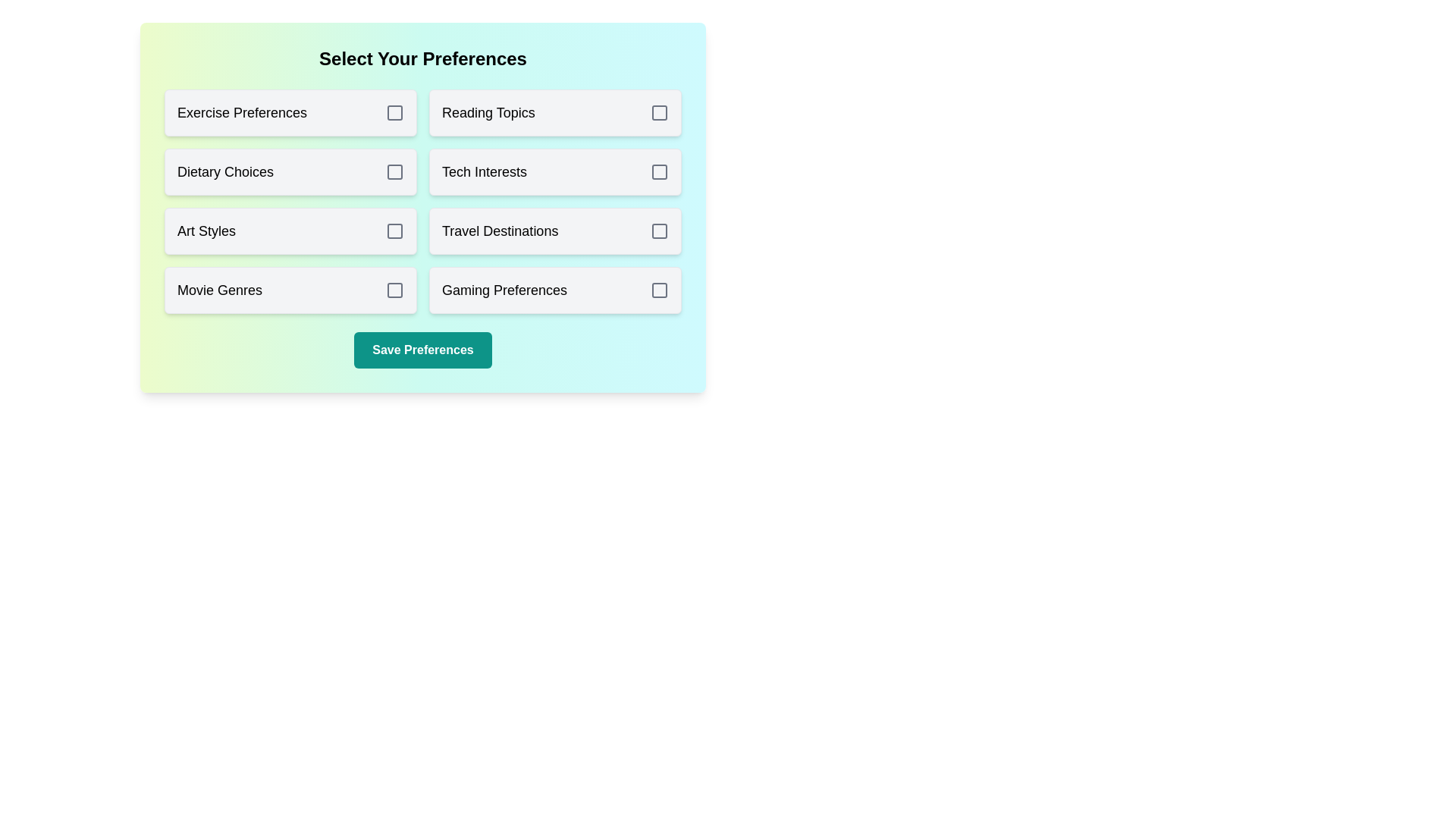 The image size is (1456, 819). I want to click on the preference option Movie Genres, so click(290, 290).